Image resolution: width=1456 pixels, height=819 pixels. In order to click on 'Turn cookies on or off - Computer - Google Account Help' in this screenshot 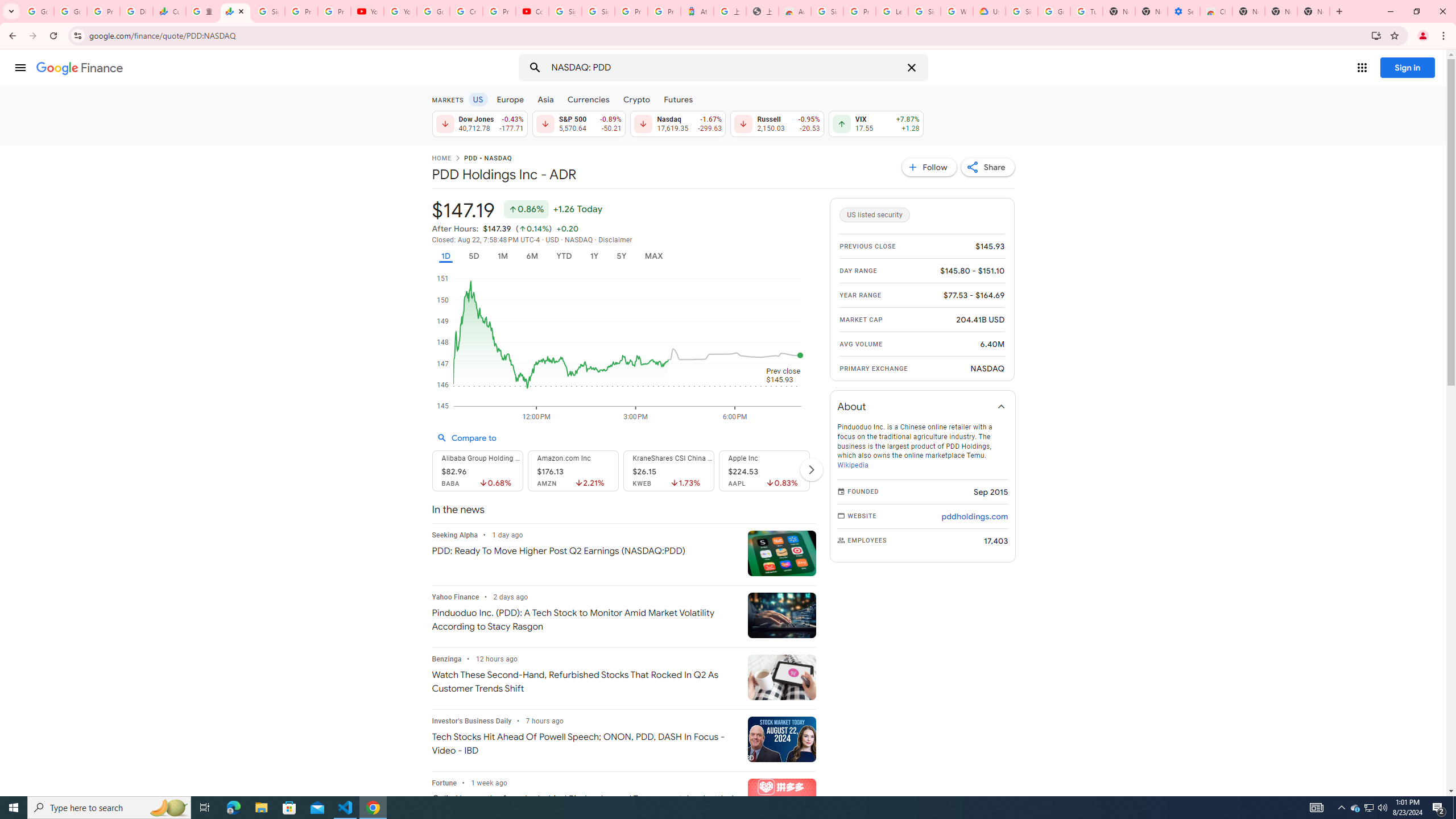, I will do `click(1087, 11)`.